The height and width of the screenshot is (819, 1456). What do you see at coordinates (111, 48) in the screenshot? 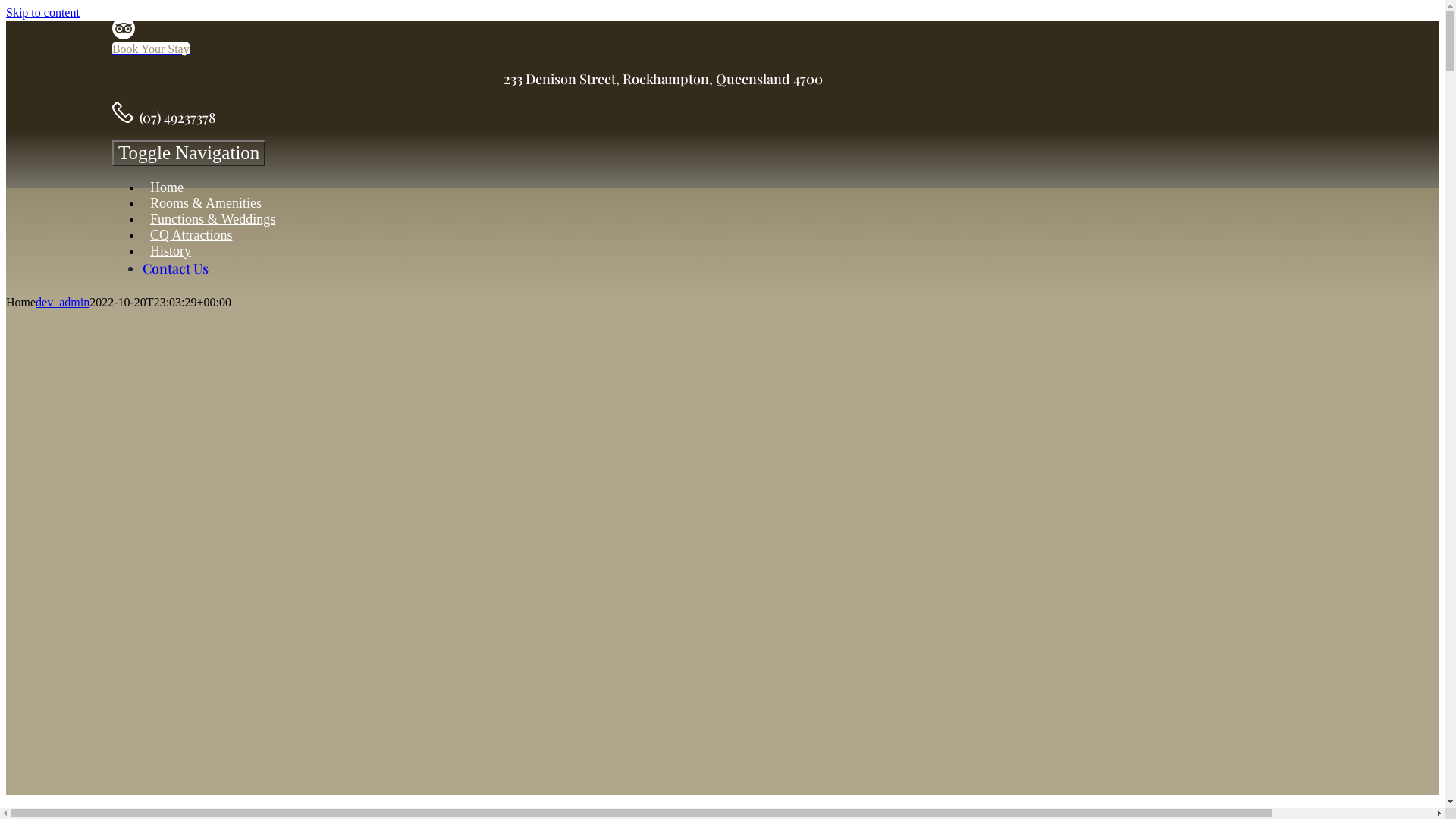
I see `'Book Your Stay'` at bounding box center [111, 48].